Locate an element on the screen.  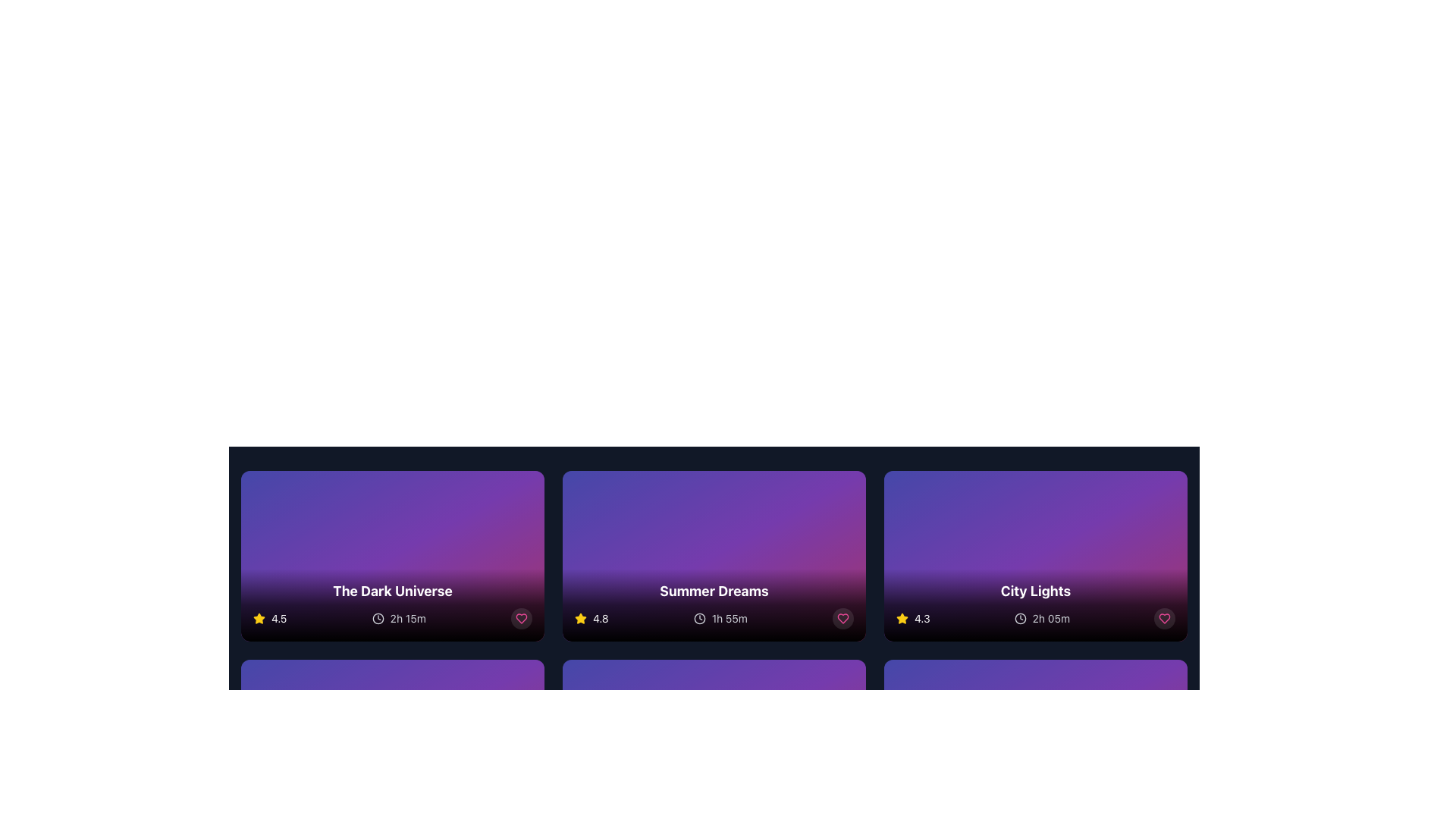
the Informational display bar located at the bottom of the card titled 'The Dark Universe', which contains a yellow star with '4.5' and a clock icon with '2h 15m' is located at coordinates (393, 619).